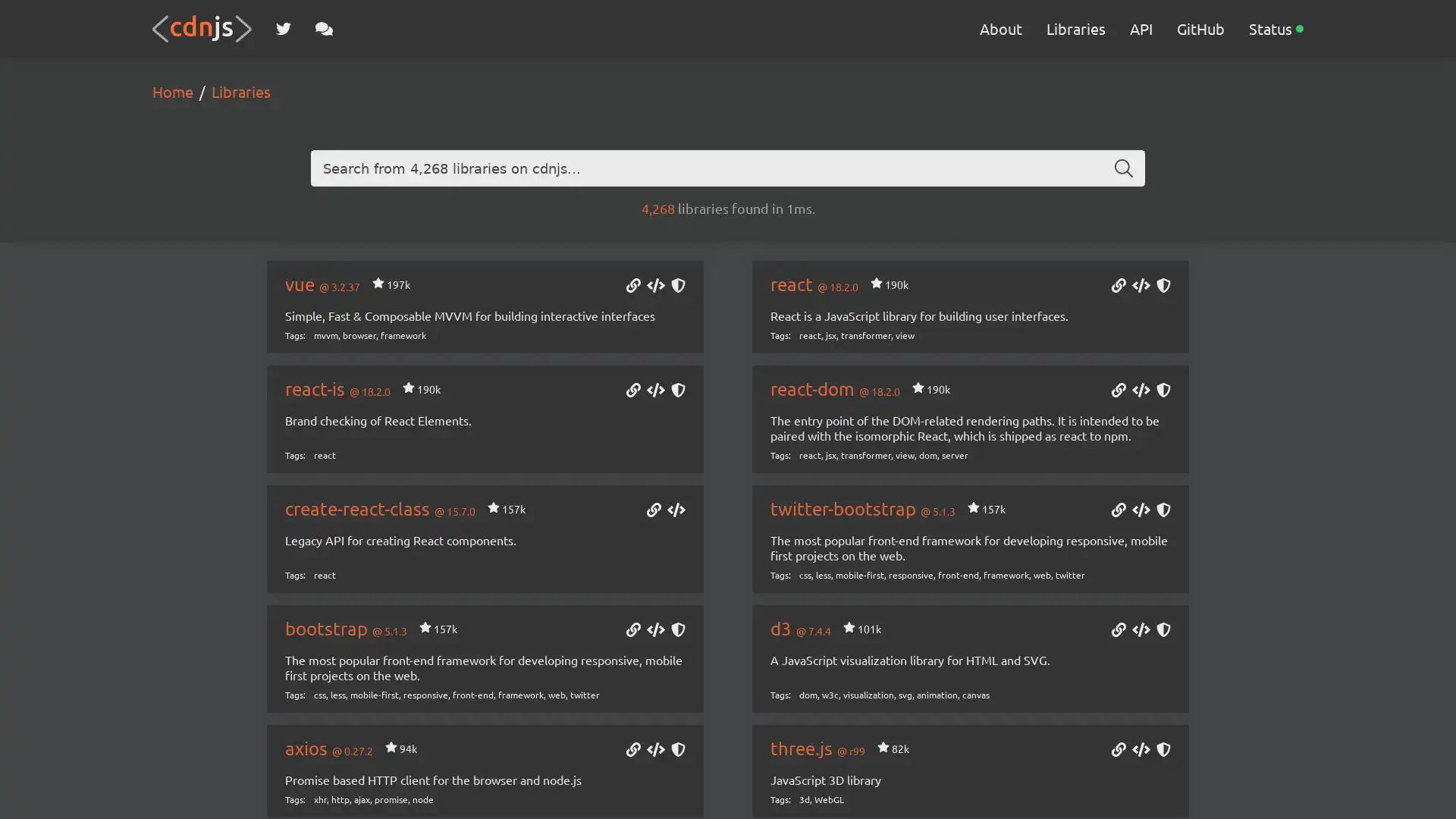  I want to click on Copy SRI Hash, so click(1163, 751).